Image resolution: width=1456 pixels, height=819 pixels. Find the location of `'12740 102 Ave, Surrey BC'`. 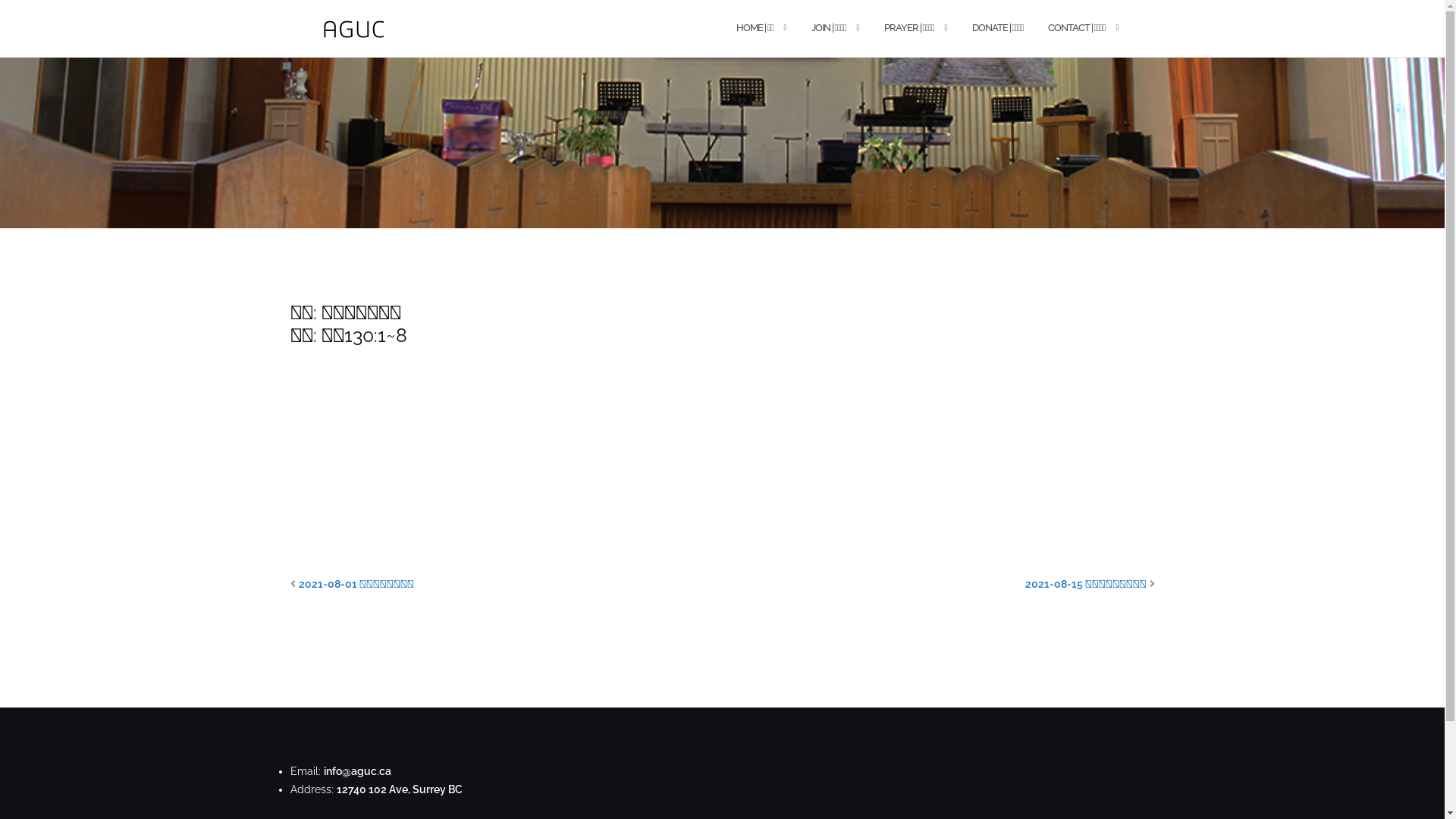

'12740 102 Ave, Surrey BC' is located at coordinates (400, 789).